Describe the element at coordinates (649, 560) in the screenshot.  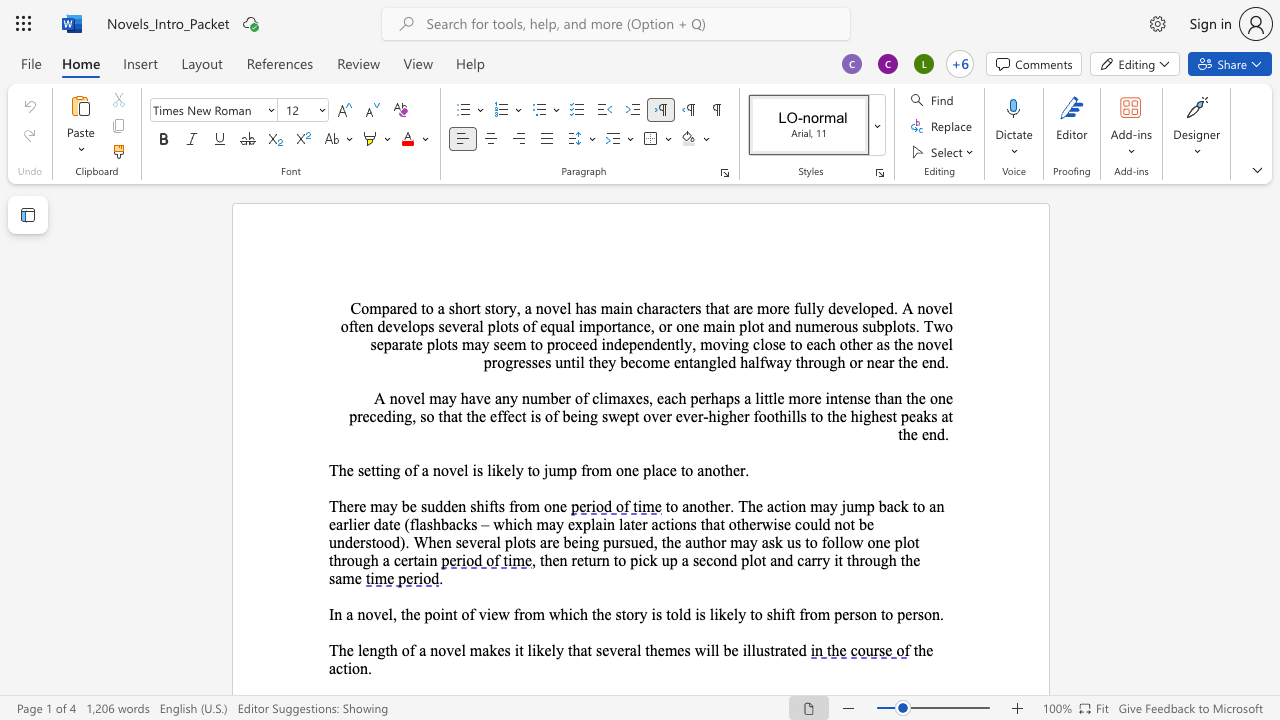
I see `the space between the continuous character "c" and "k" in the text` at that location.